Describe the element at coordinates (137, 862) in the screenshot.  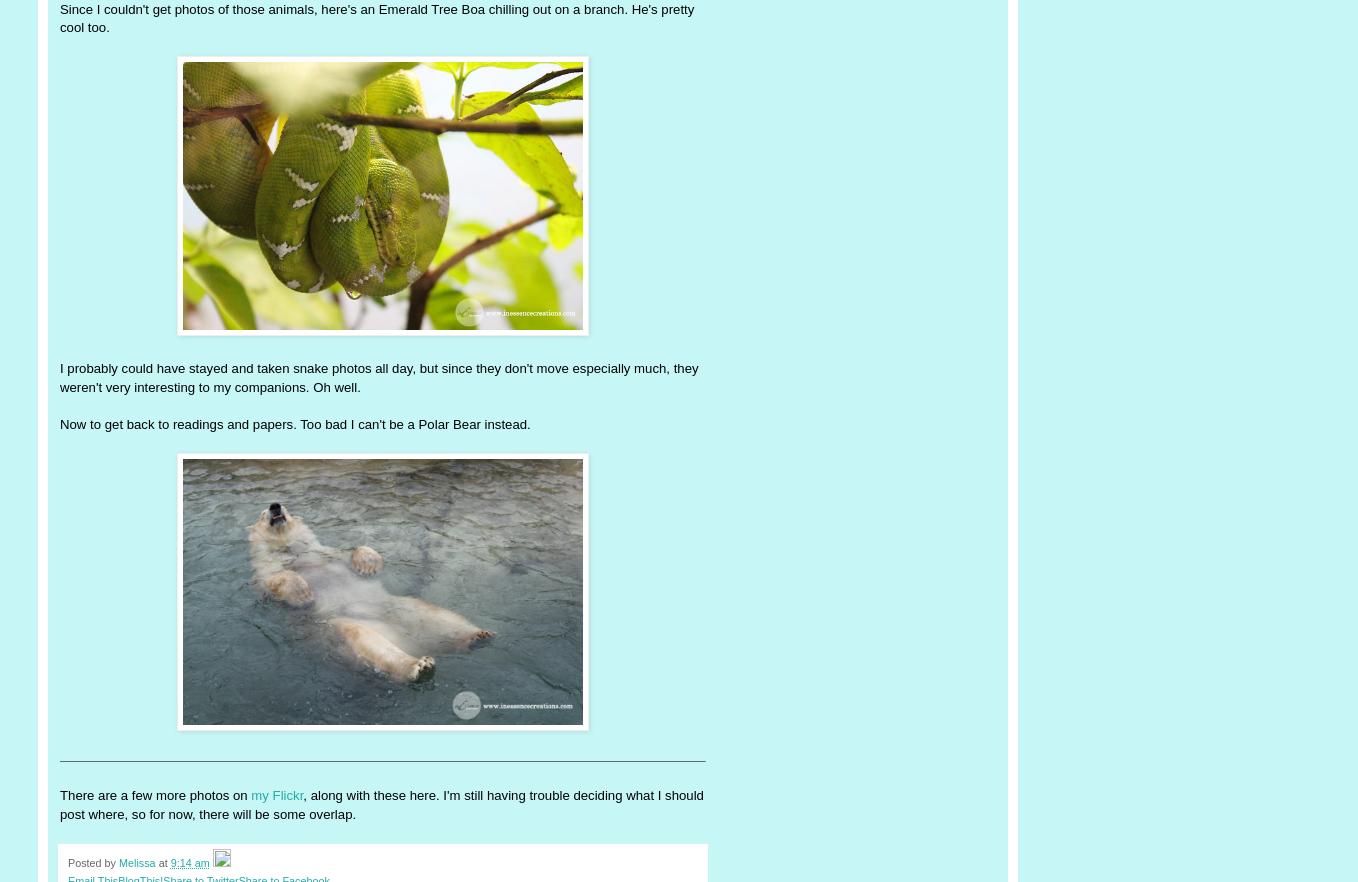
I see `'Melissa'` at that location.